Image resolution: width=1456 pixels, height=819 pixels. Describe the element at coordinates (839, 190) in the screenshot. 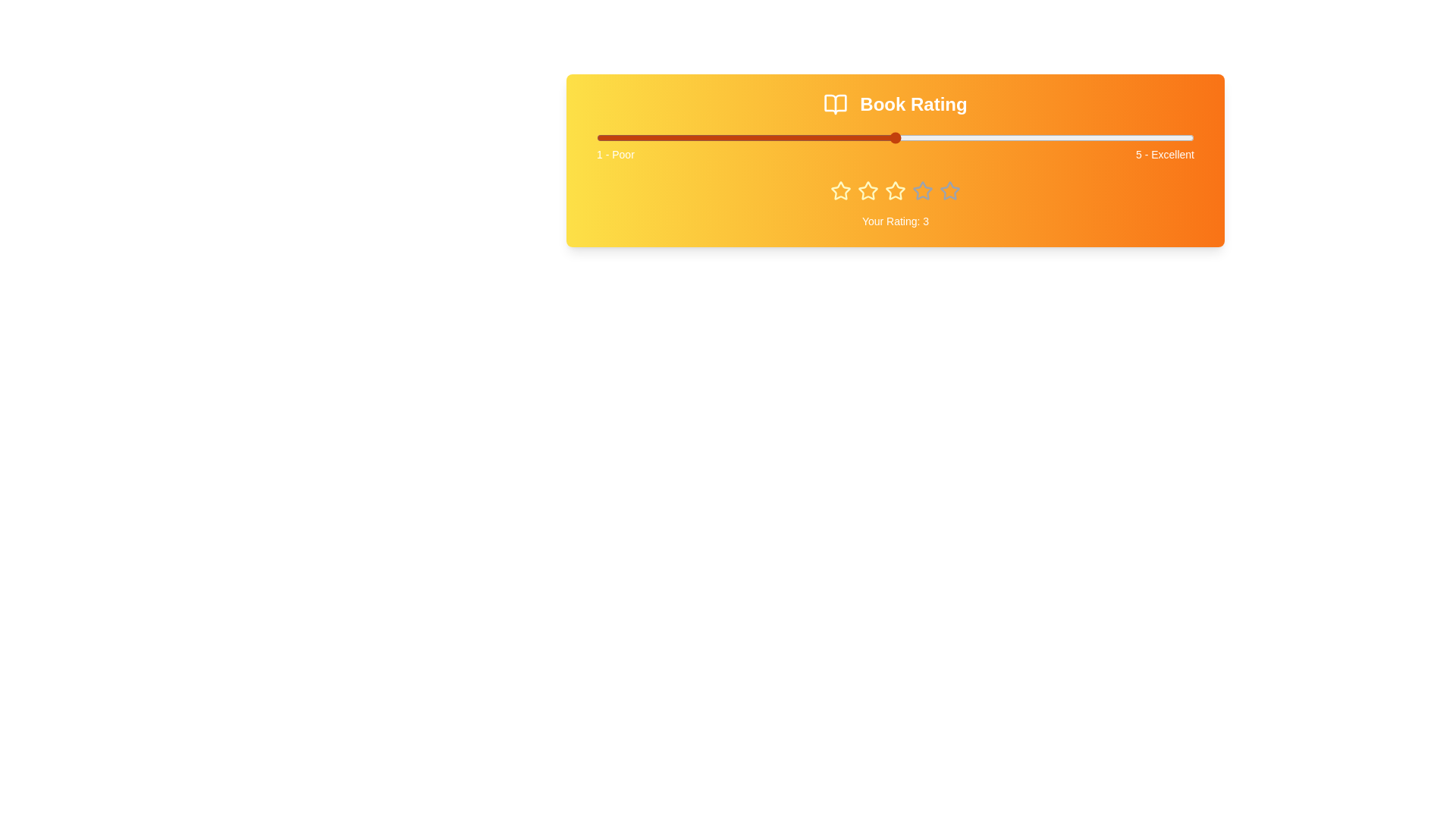

I see `the third star-shaped icon in the rating scale under the 'Book Rating' card` at that location.